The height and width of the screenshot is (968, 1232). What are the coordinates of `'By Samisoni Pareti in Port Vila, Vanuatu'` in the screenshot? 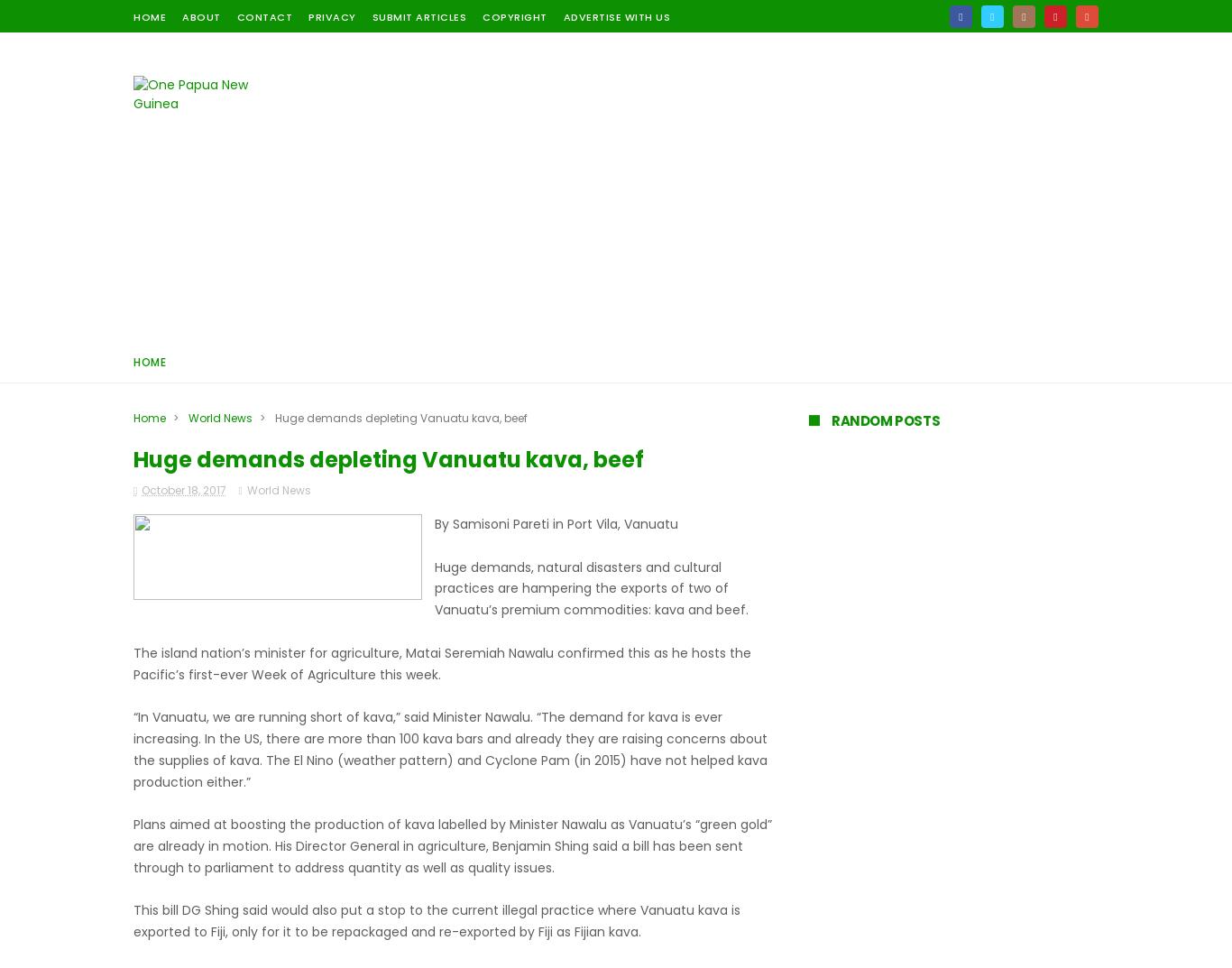 It's located at (556, 524).